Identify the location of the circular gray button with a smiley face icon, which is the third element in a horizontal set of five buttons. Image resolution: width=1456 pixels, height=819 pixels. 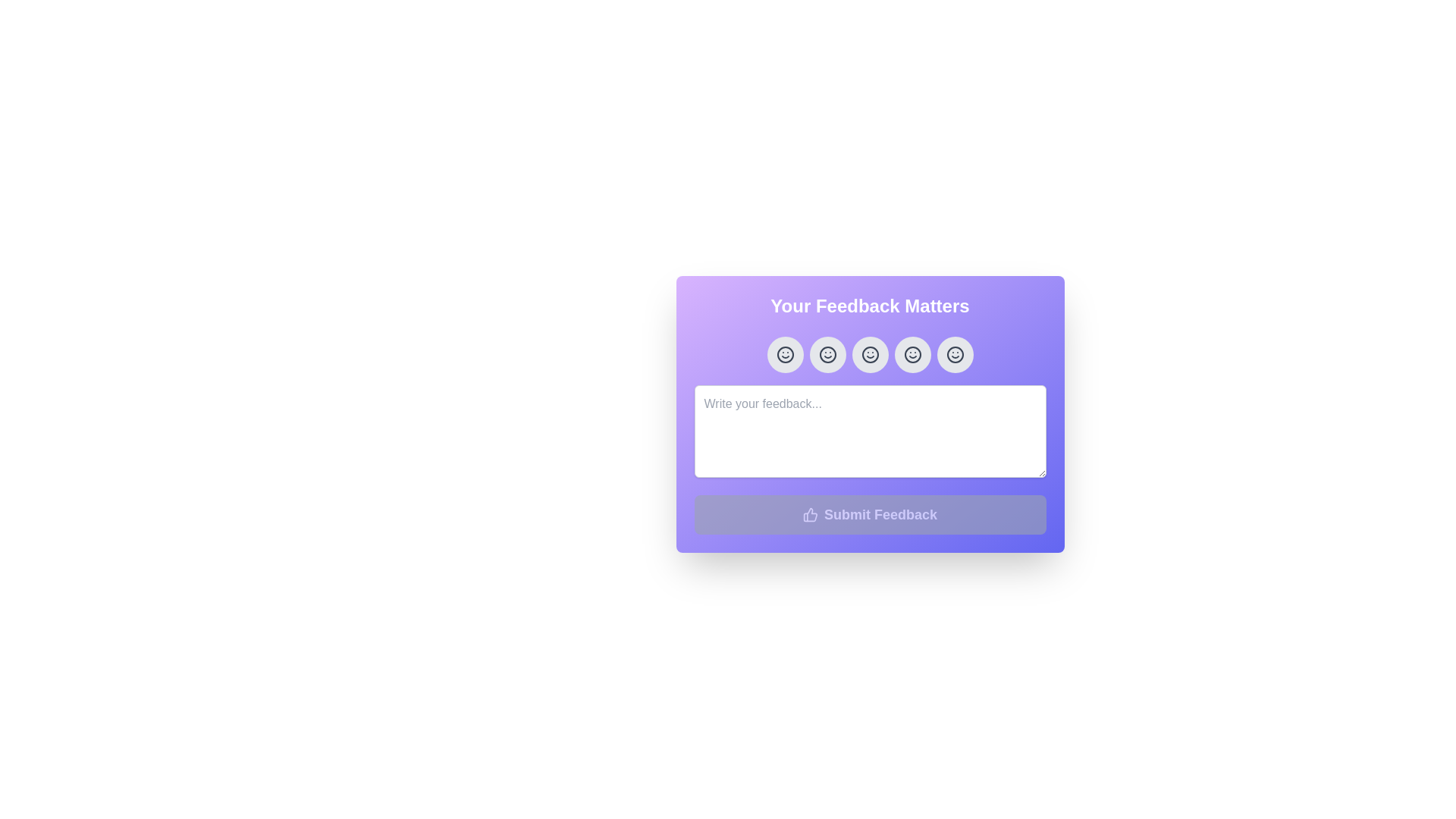
(870, 354).